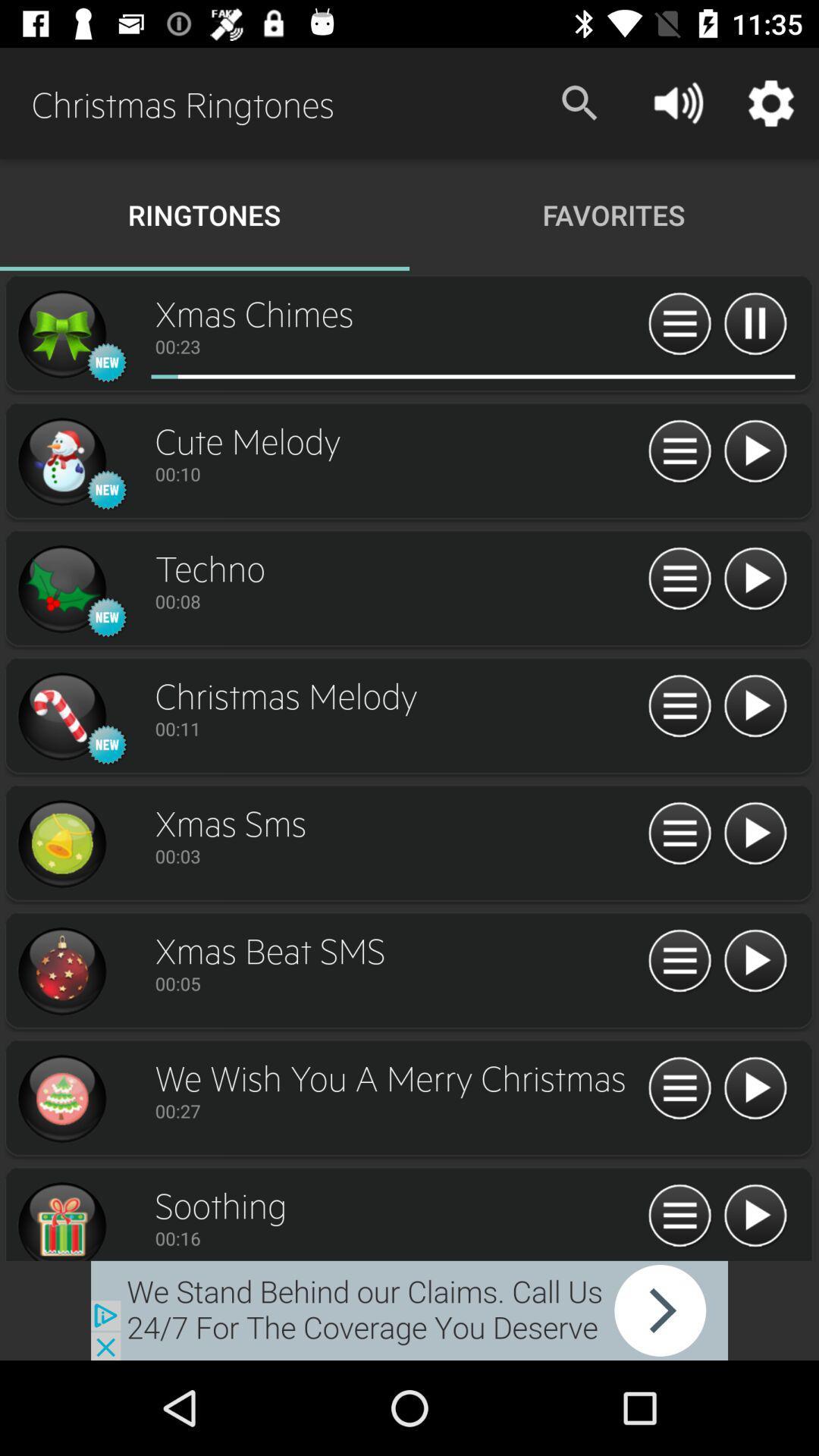  I want to click on option, so click(61, 588).